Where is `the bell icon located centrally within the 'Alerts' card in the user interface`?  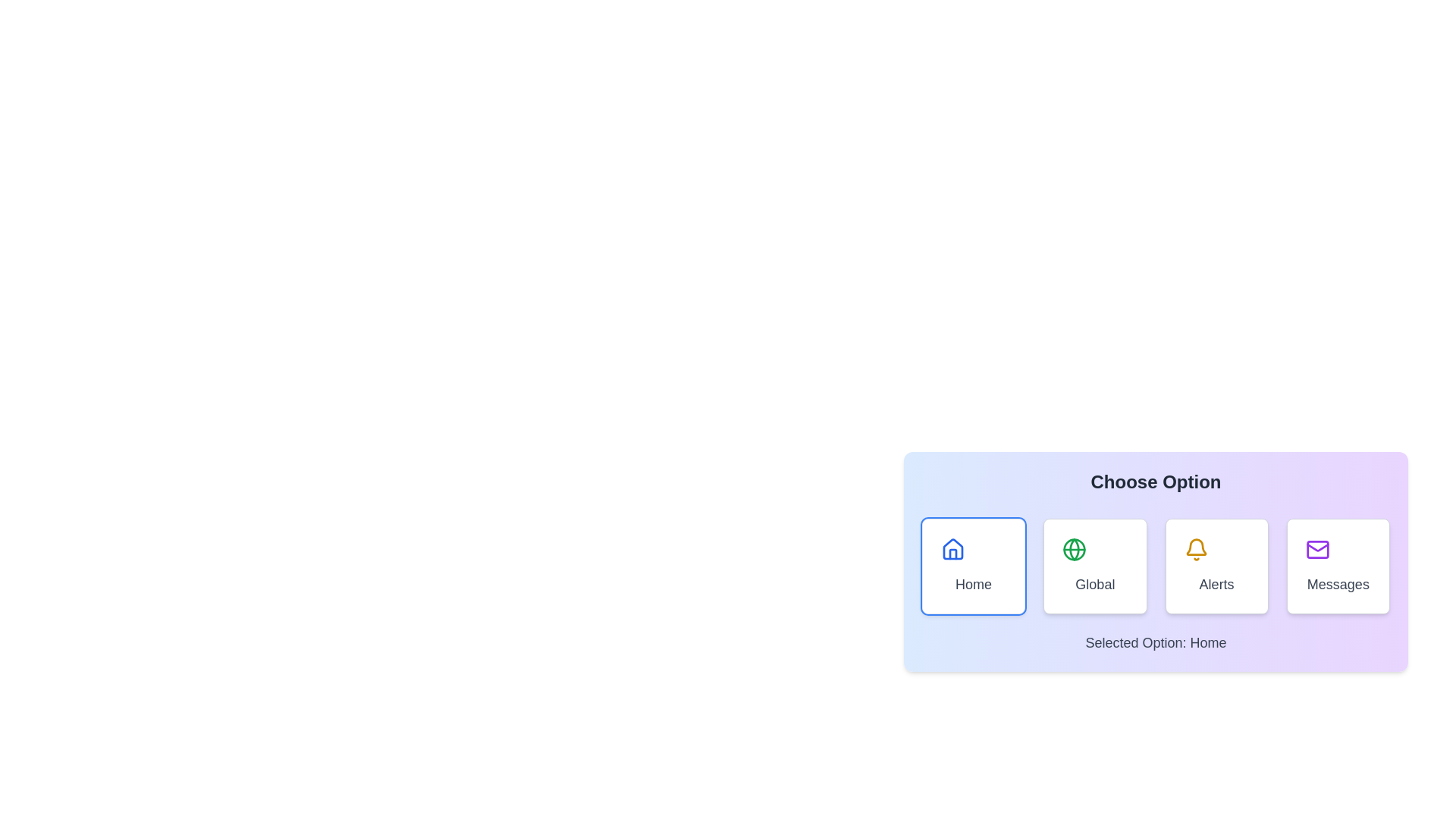
the bell icon located centrally within the 'Alerts' card in the user interface is located at coordinates (1195, 550).